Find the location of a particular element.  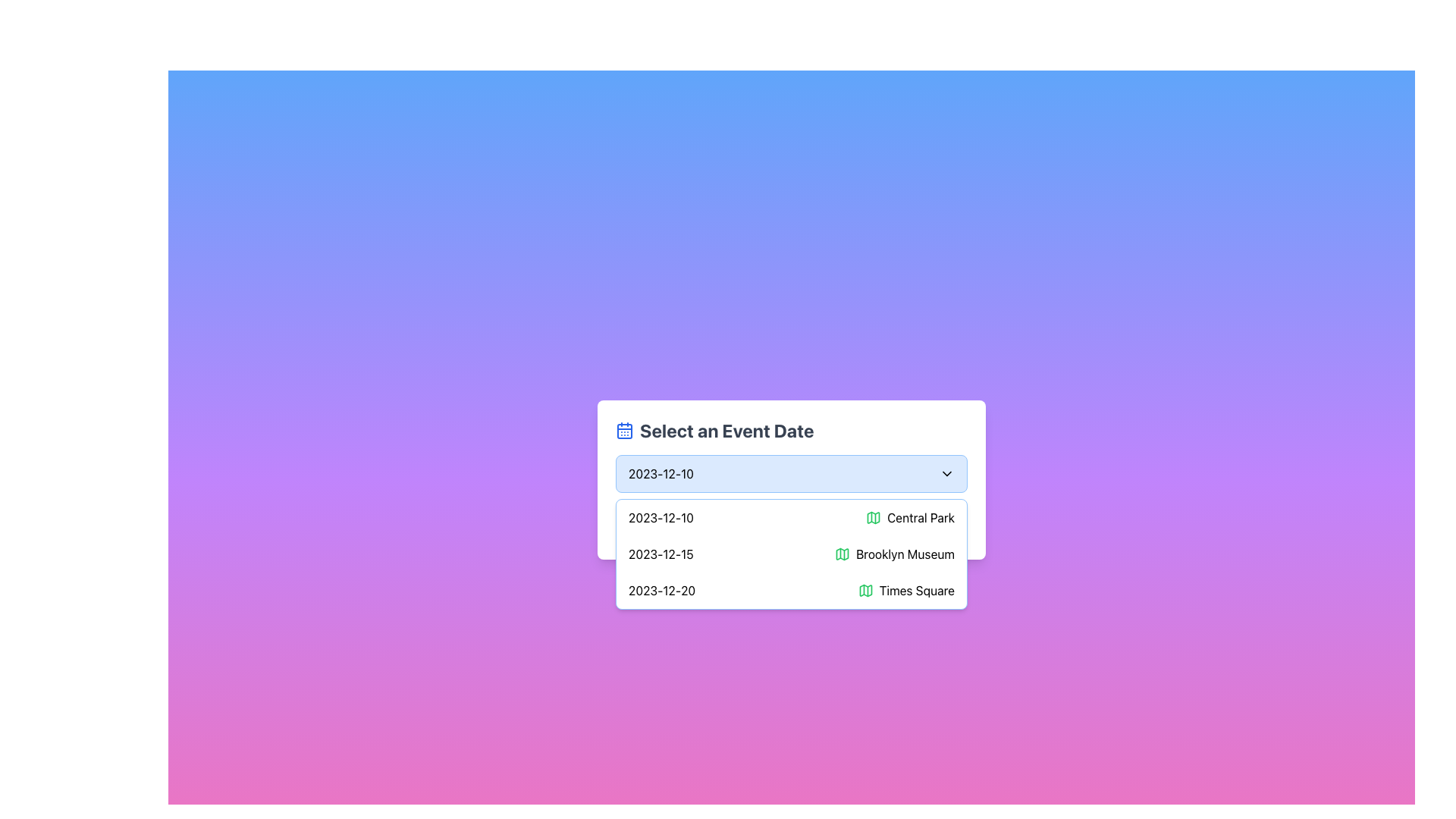

text 'Central Park' in the dropdown list under 'Select an Event Date', which is accompanied by a green map icon is located at coordinates (910, 516).